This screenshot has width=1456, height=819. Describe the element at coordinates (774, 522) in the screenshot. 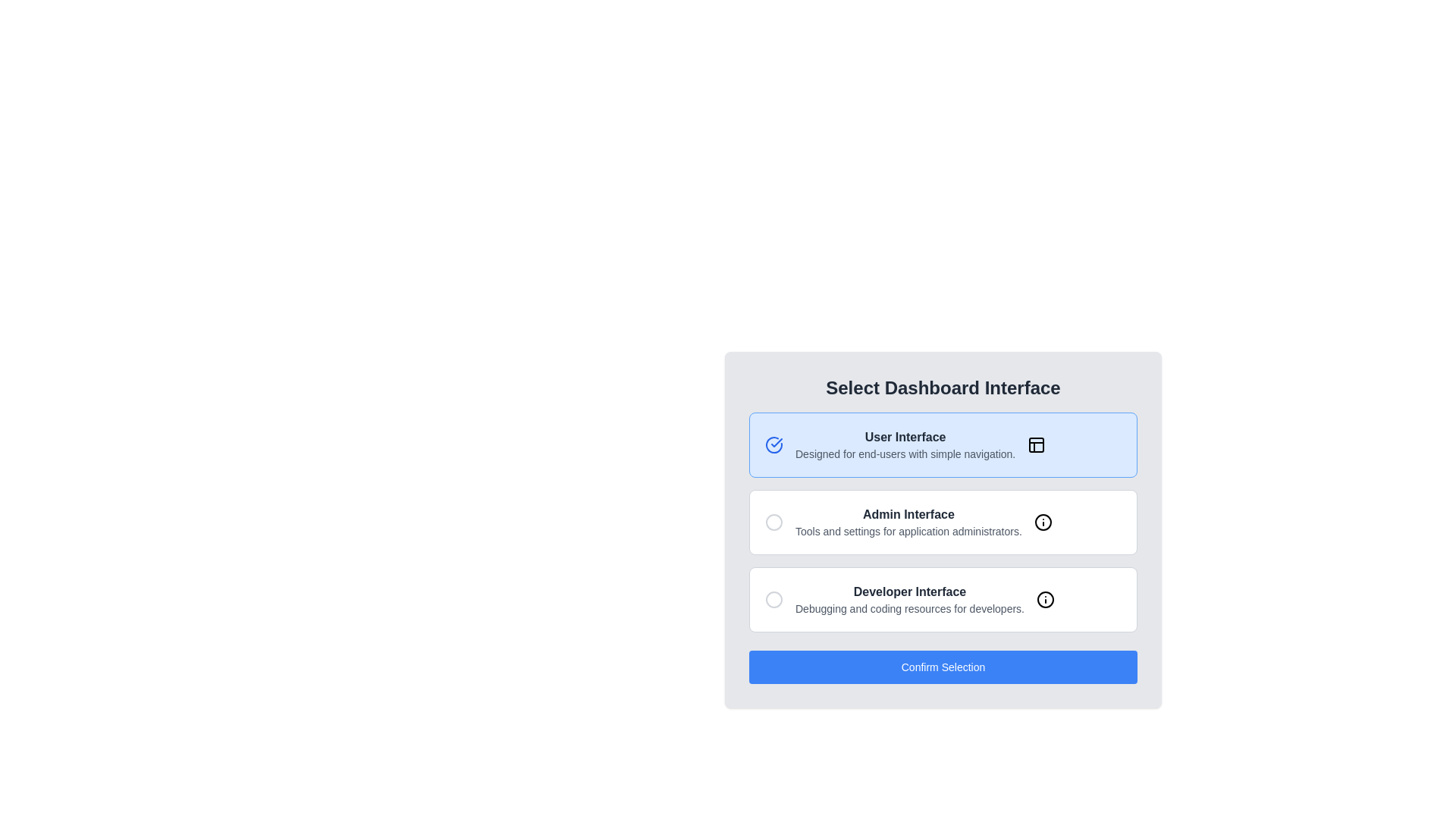

I see `the interactive graphical indicator resembling a radio button` at that location.